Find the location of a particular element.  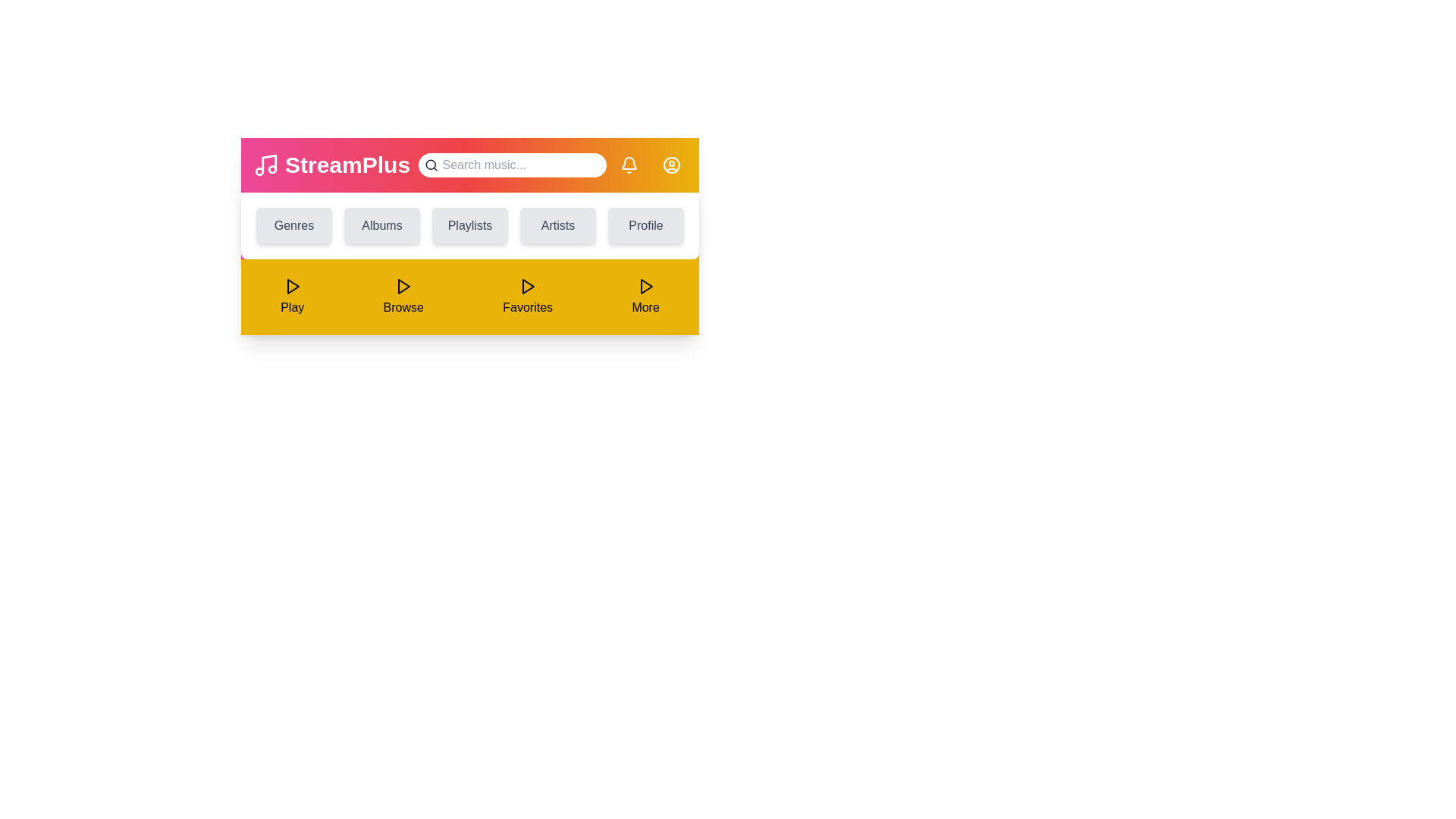

the user profile icon to access account options is located at coordinates (670, 165).